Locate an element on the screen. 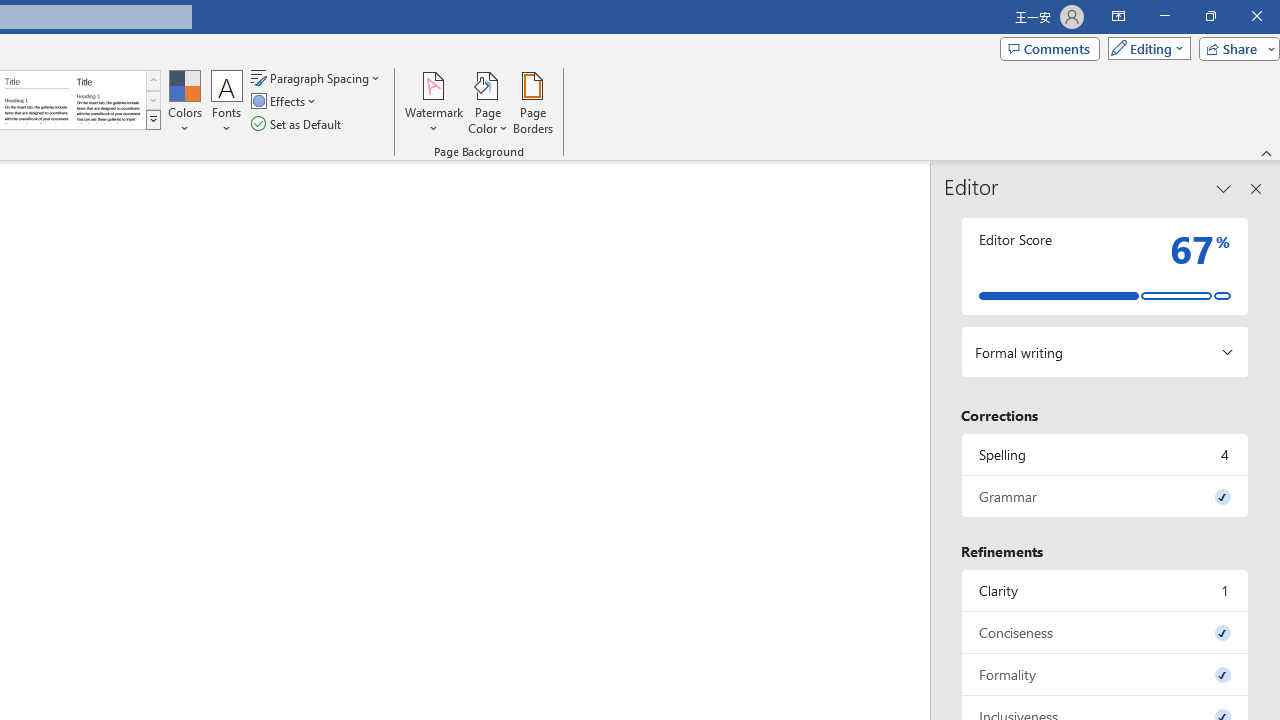 The height and width of the screenshot is (720, 1280). 'Close pane' is located at coordinates (1255, 189).